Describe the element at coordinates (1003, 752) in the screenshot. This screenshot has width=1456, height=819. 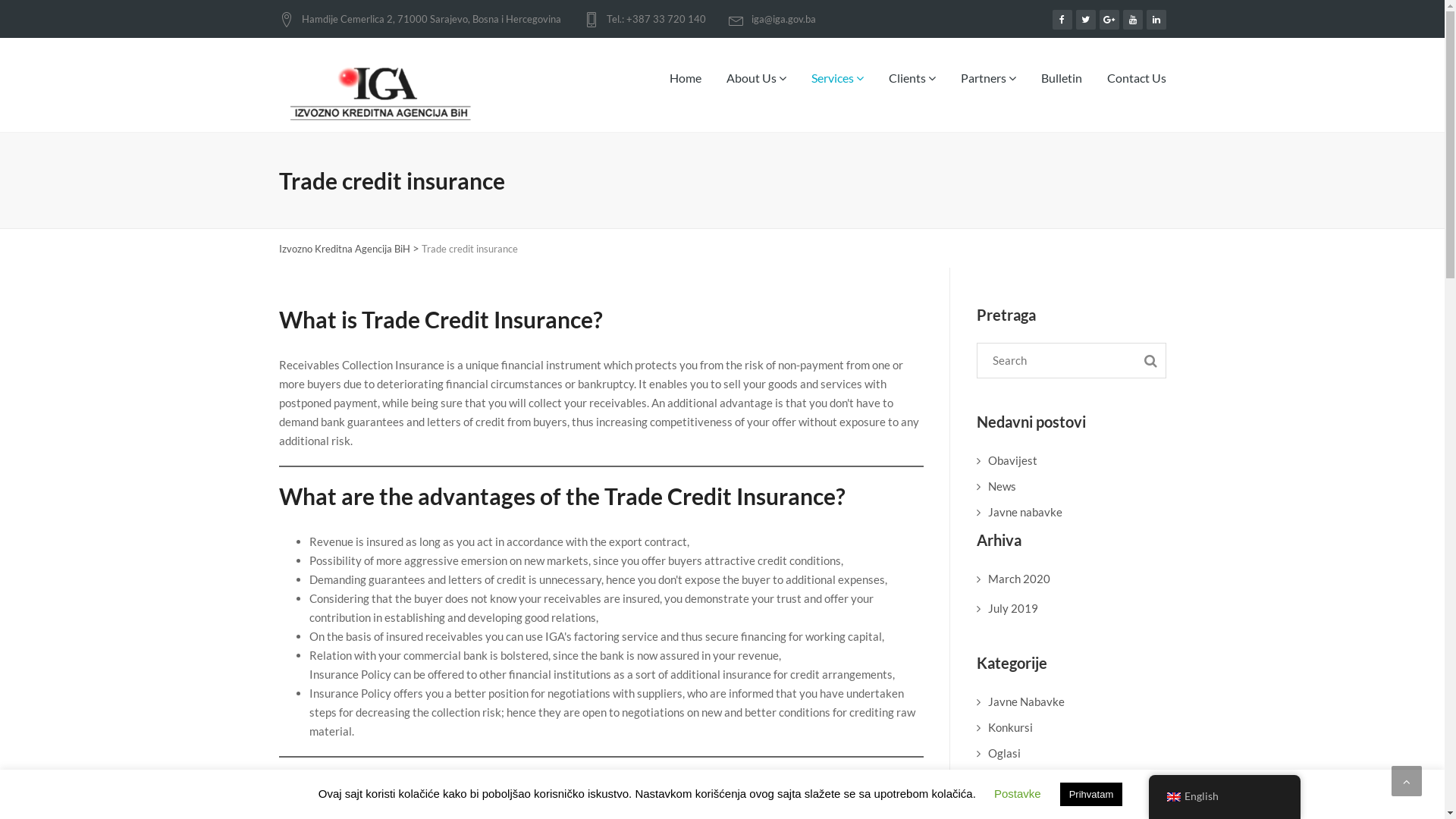
I see `'Oglasi'` at that location.